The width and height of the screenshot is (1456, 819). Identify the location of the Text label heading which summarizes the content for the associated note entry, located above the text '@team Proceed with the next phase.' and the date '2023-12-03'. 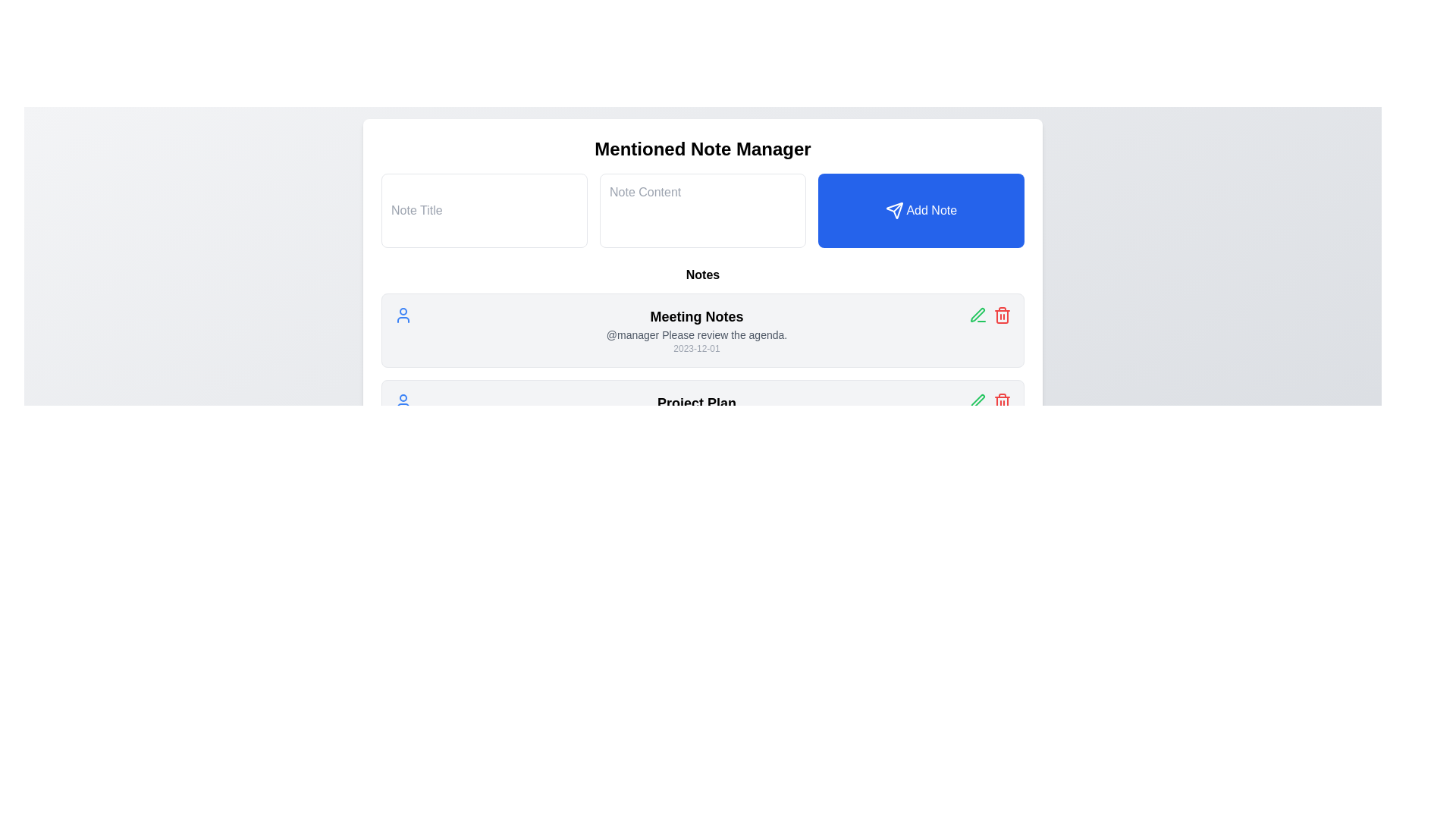
(695, 403).